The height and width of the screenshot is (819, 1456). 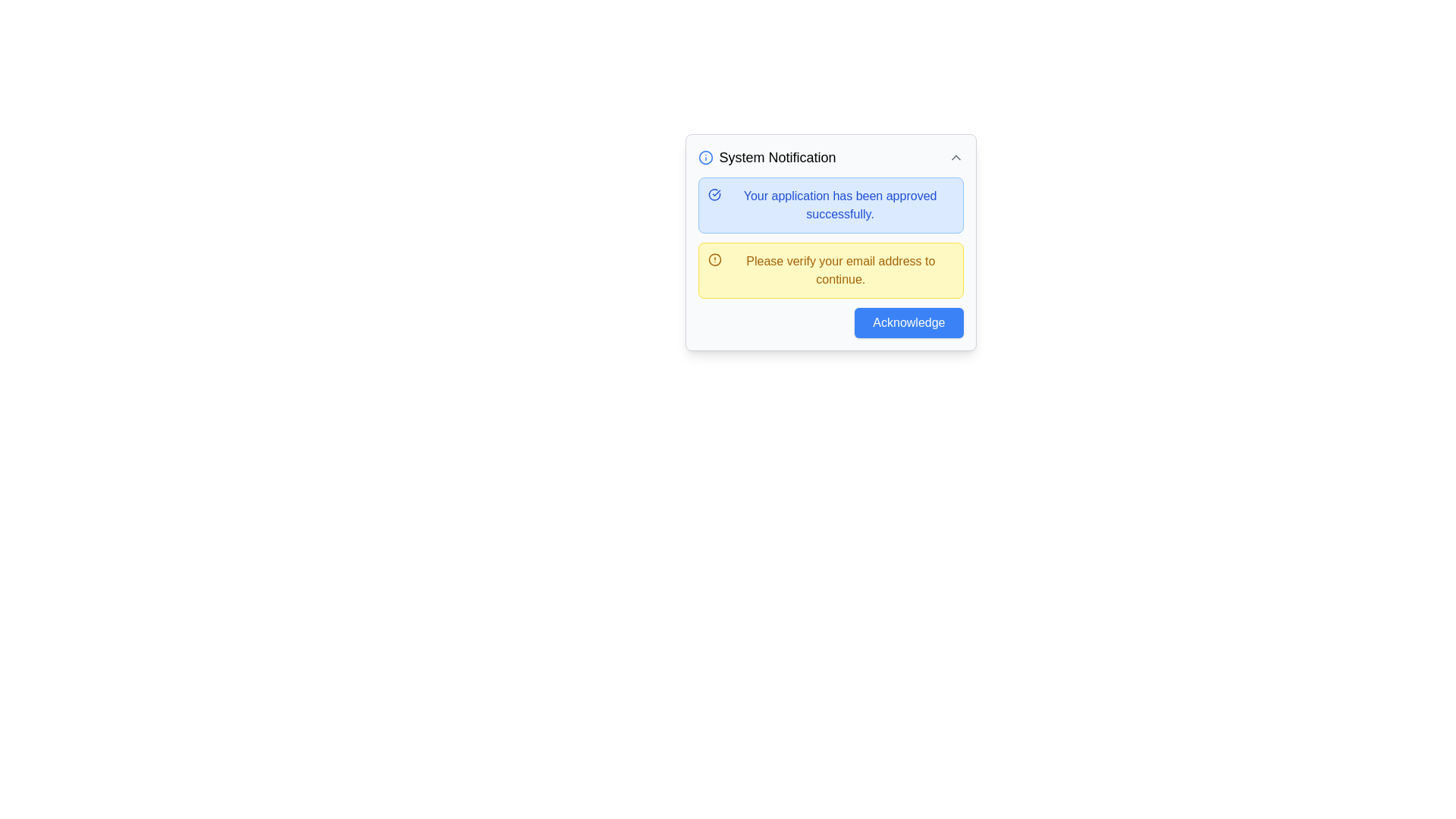 What do you see at coordinates (777, 158) in the screenshot?
I see `the 'System Notification' text label, which is styled with a large font size and medium font weight, located directly to the right of the information icon in the header of the notification box` at bounding box center [777, 158].